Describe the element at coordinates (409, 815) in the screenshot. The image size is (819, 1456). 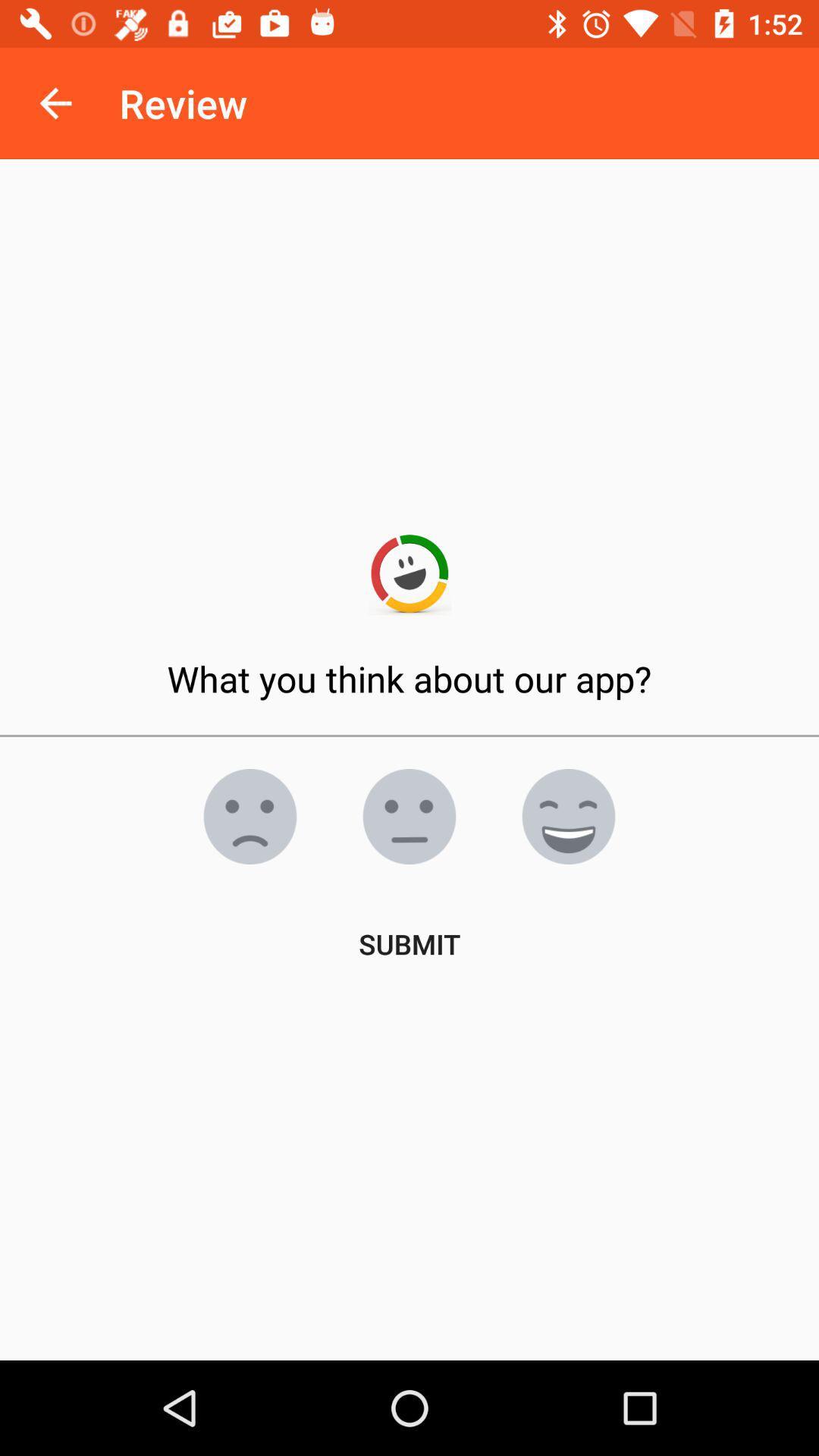
I see `the emoji icon` at that location.